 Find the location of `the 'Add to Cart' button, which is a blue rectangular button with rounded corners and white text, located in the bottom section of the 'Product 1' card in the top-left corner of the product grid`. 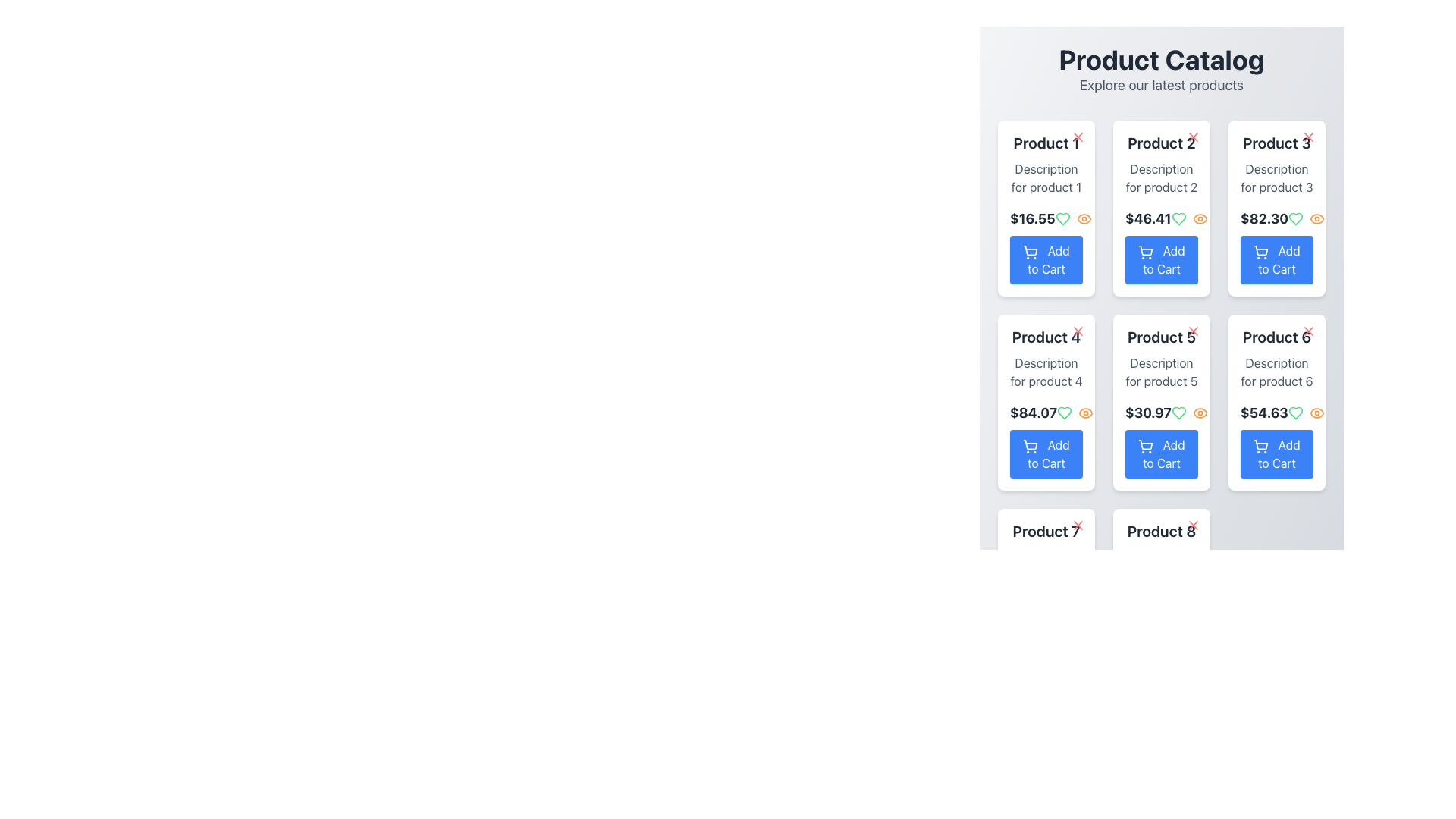

the 'Add to Cart' button, which is a blue rectangular button with rounded corners and white text, located in the bottom section of the 'Product 1' card in the top-left corner of the product grid is located at coordinates (1046, 259).